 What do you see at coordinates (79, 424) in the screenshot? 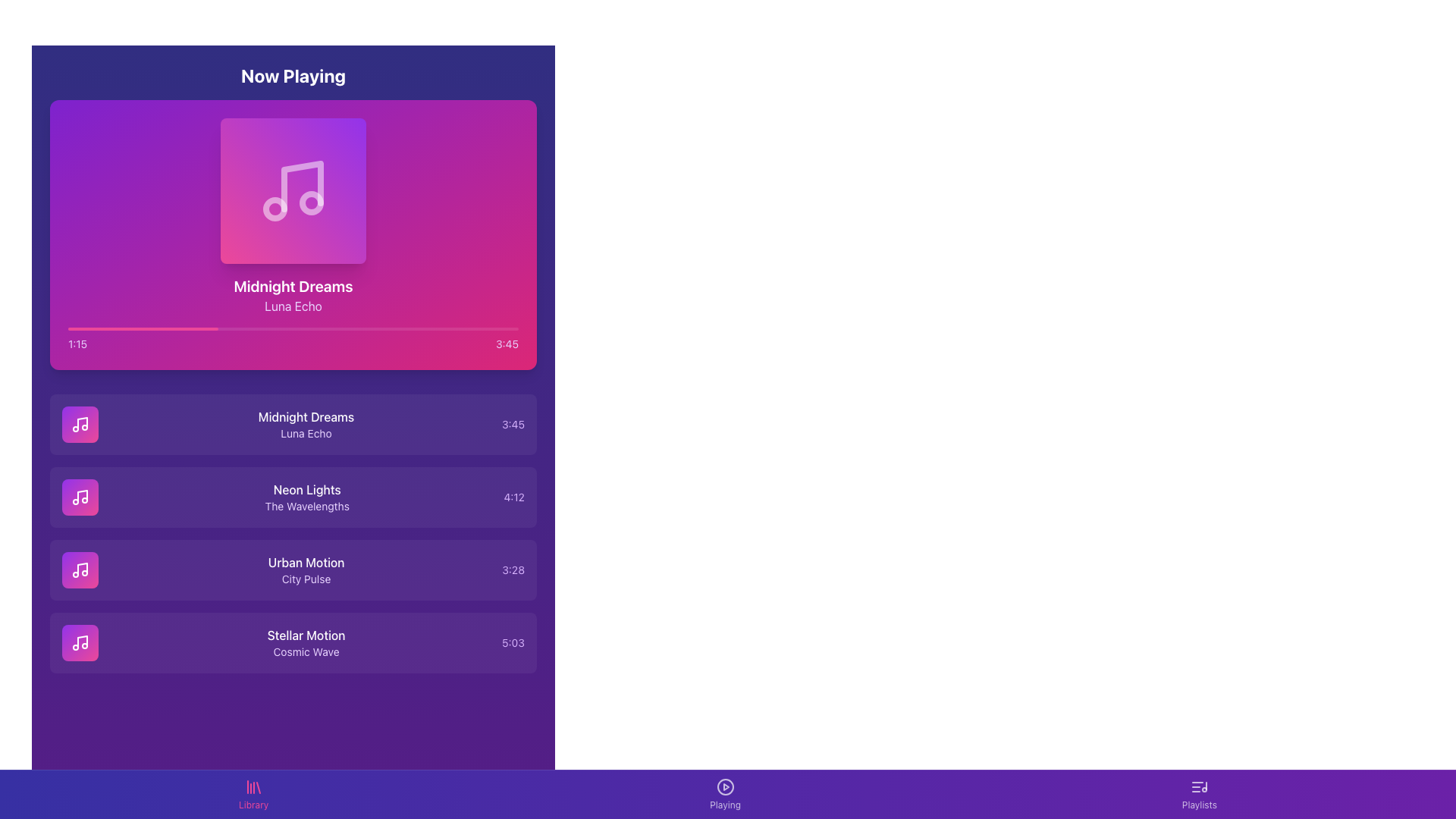
I see `the music-related icon located to the left of the text 'Midnight Dreams' and 'Luna Echo' and above 'Neon Lights'` at bounding box center [79, 424].